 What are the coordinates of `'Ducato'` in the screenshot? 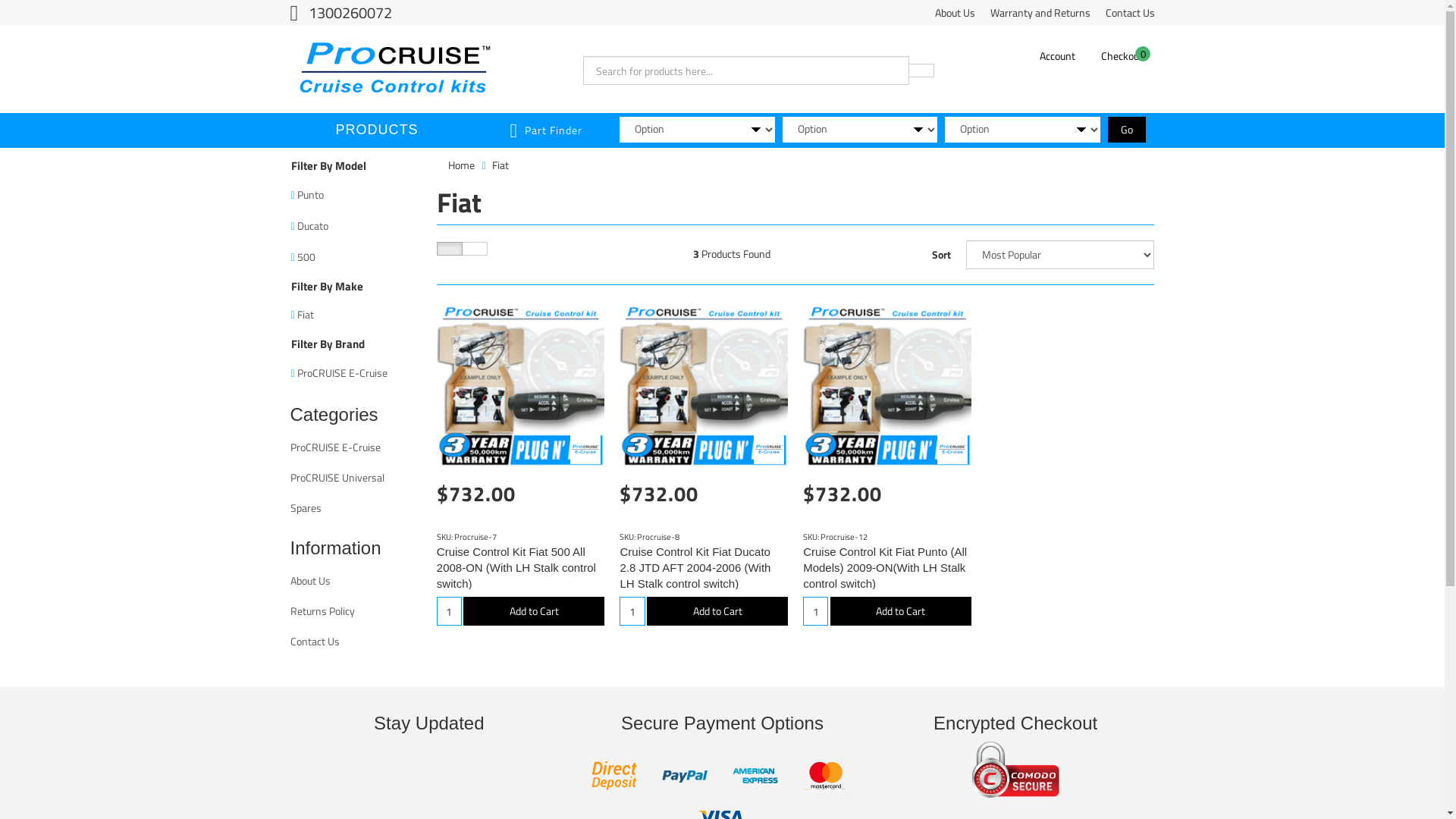 It's located at (355, 226).